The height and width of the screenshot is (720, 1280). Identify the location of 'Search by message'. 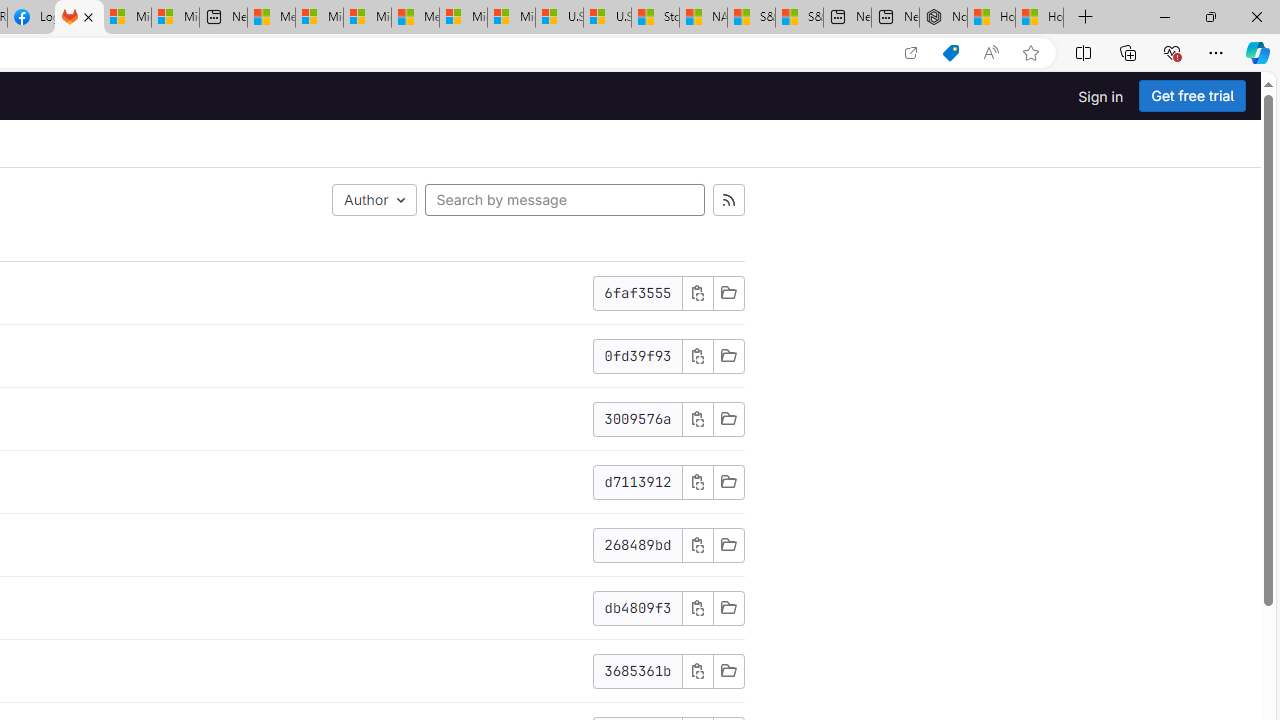
(563, 200).